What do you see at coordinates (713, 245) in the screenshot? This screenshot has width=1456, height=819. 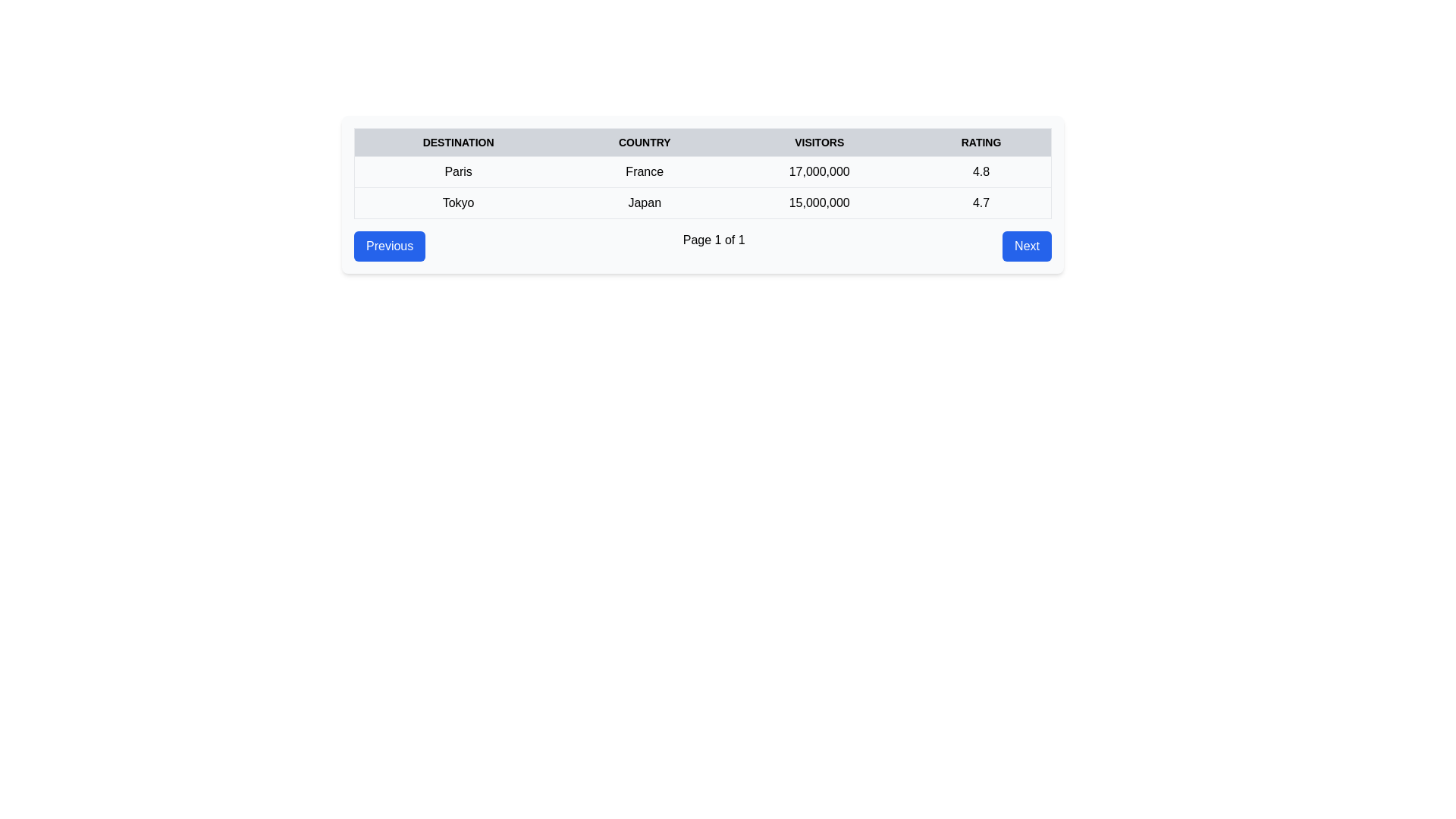 I see `the static Text label that displays the current page number, located centrally between the 'Previous' and 'Next' buttons` at bounding box center [713, 245].